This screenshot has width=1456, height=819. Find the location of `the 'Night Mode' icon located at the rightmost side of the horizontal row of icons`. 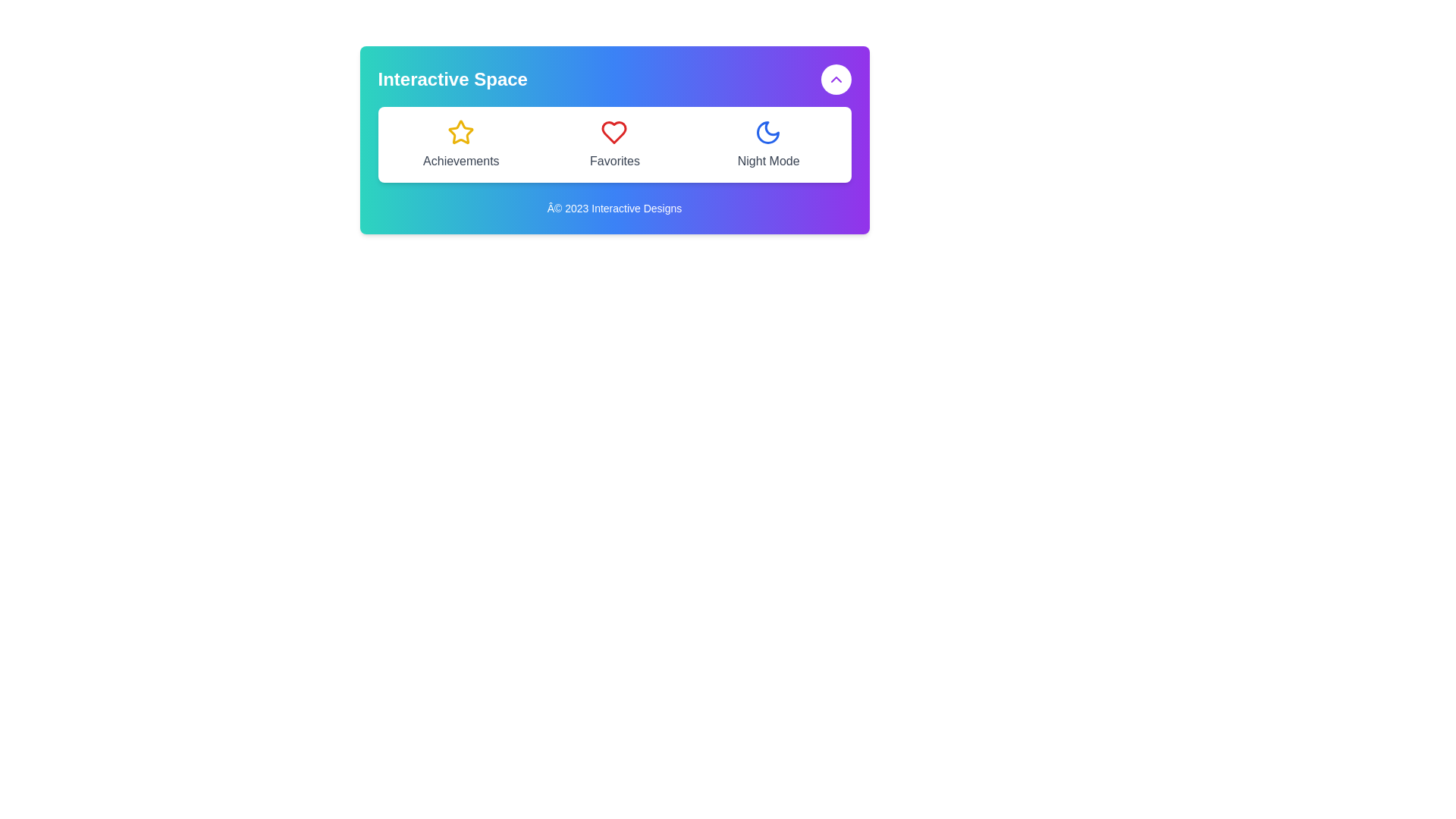

the 'Night Mode' icon located at the rightmost side of the horizontal row of icons is located at coordinates (768, 131).